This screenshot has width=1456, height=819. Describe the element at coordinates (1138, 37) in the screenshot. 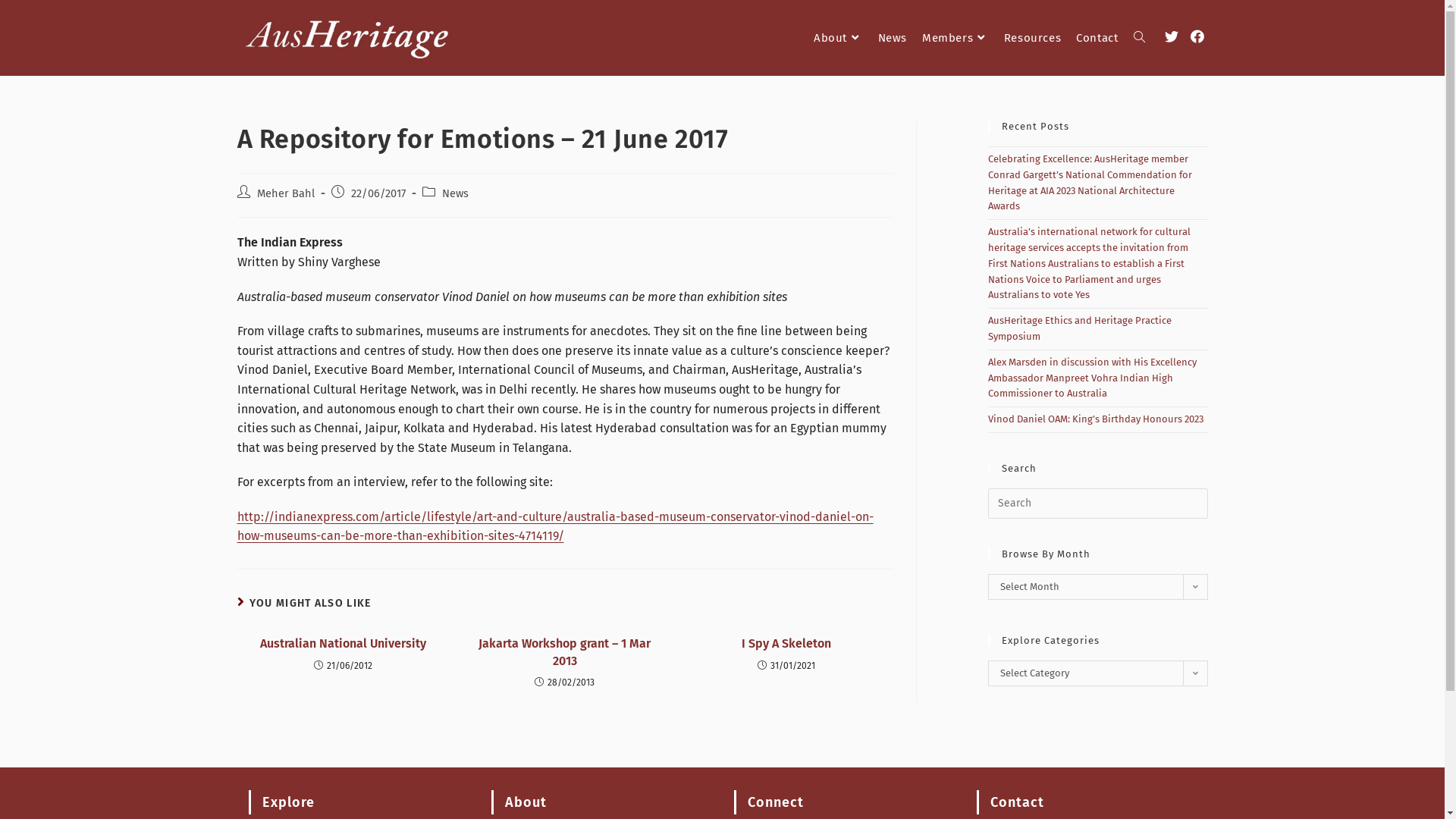

I see `'Toggle Website Search'` at that location.